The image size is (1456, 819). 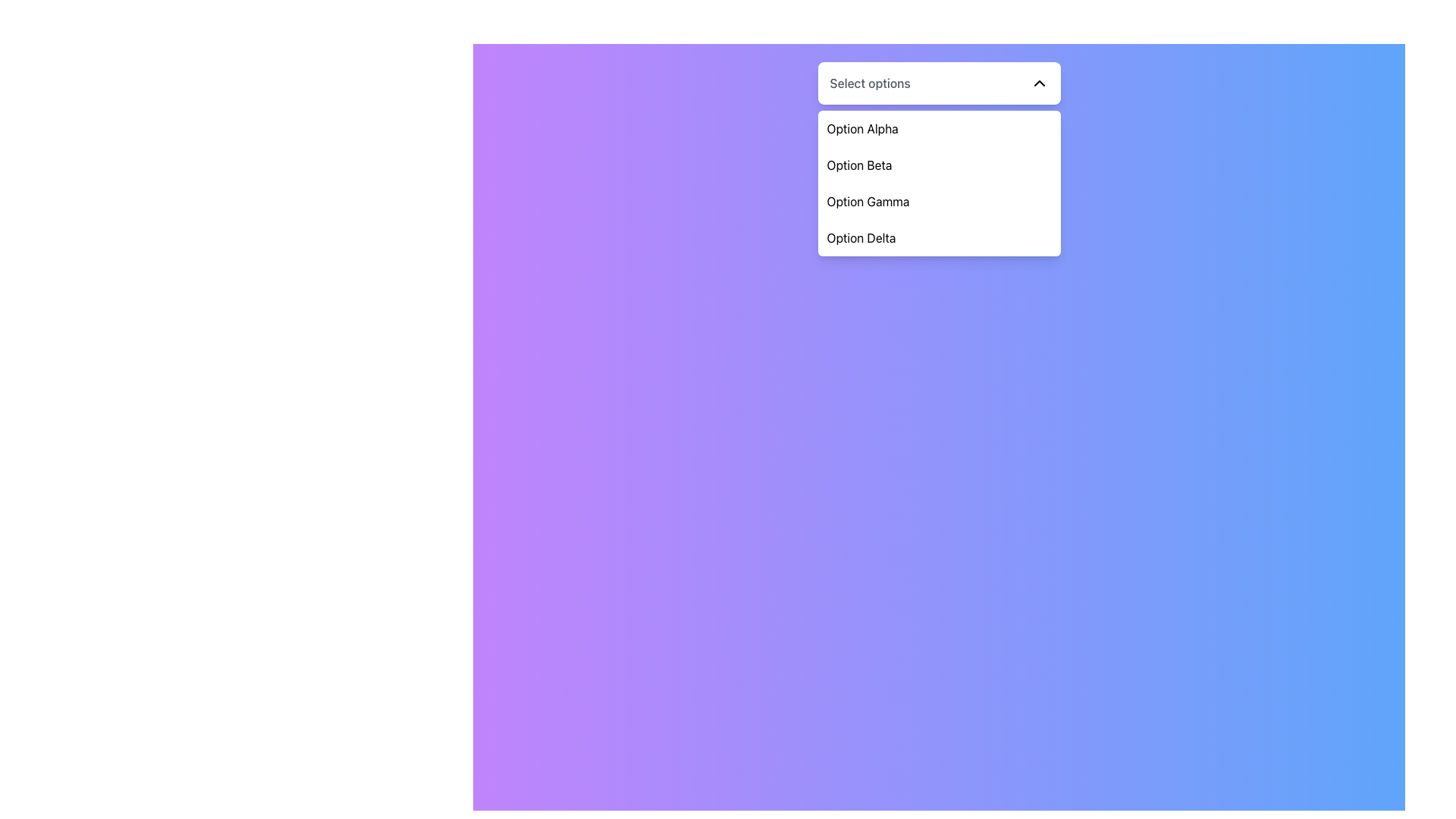 I want to click on the text label 'Option Beta' in the dropdown menu, so click(x=858, y=165).